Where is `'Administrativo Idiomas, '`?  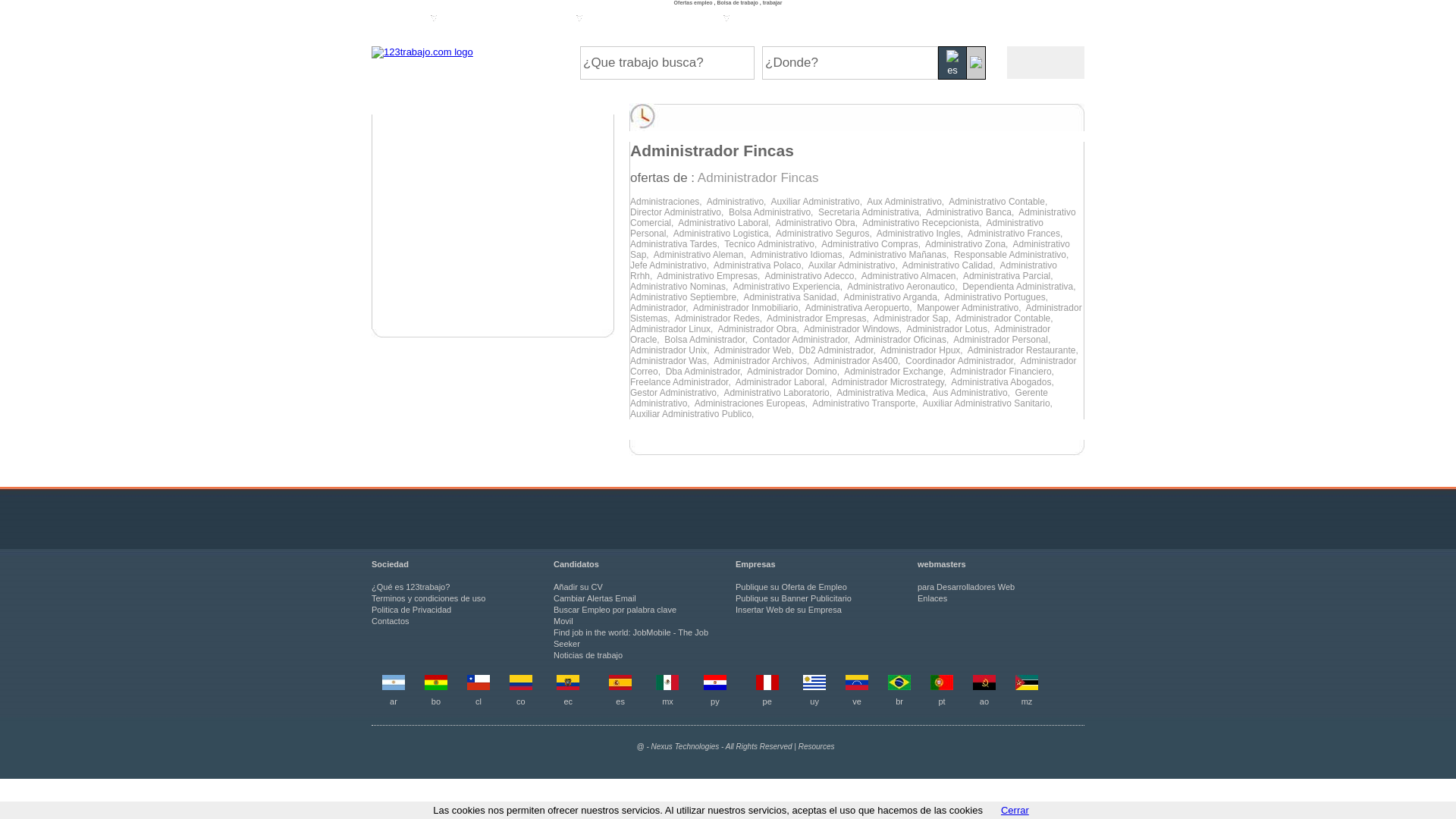 'Administrativo Idiomas, ' is located at coordinates (799, 253).